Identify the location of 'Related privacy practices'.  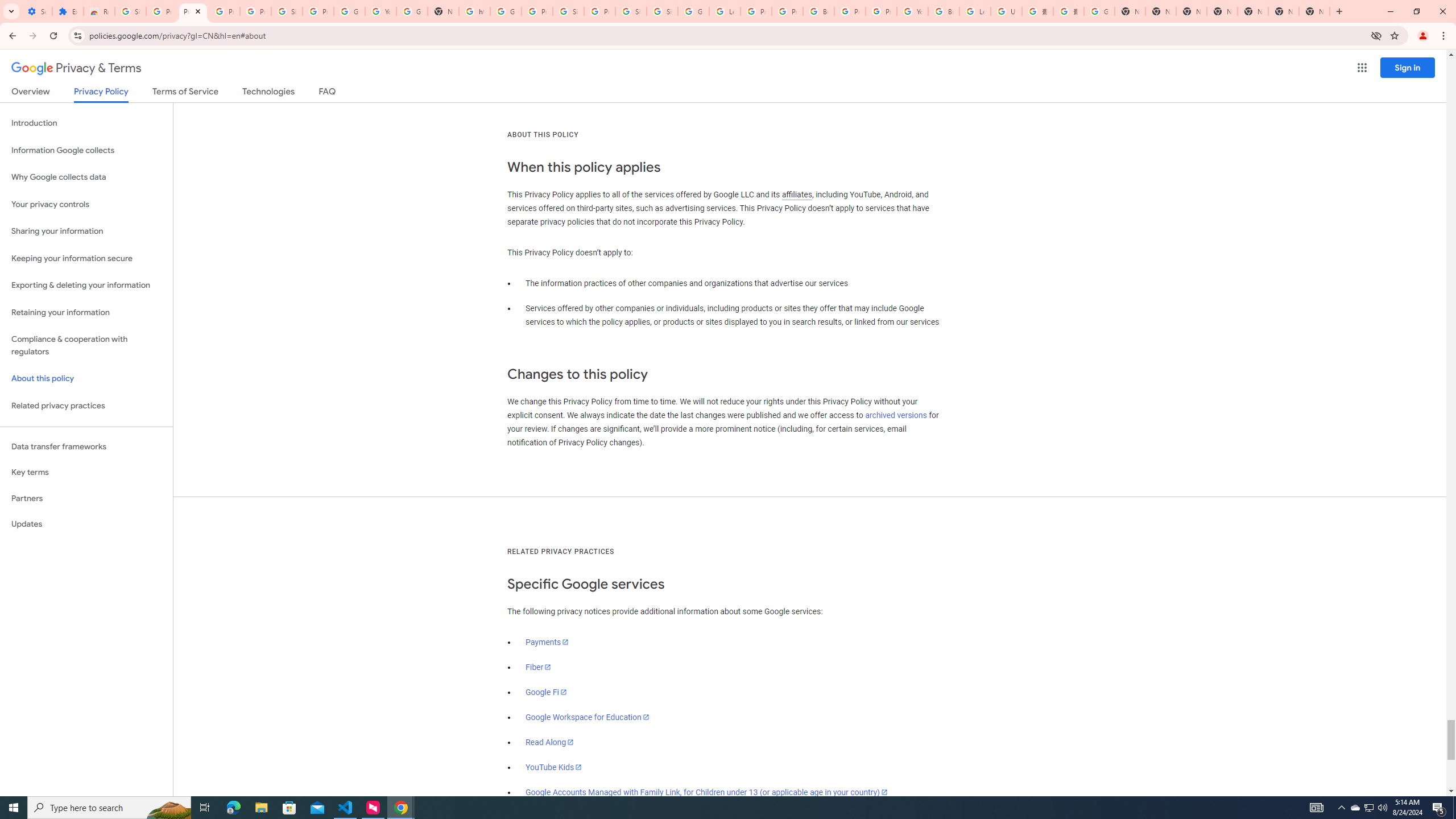
(86, 405).